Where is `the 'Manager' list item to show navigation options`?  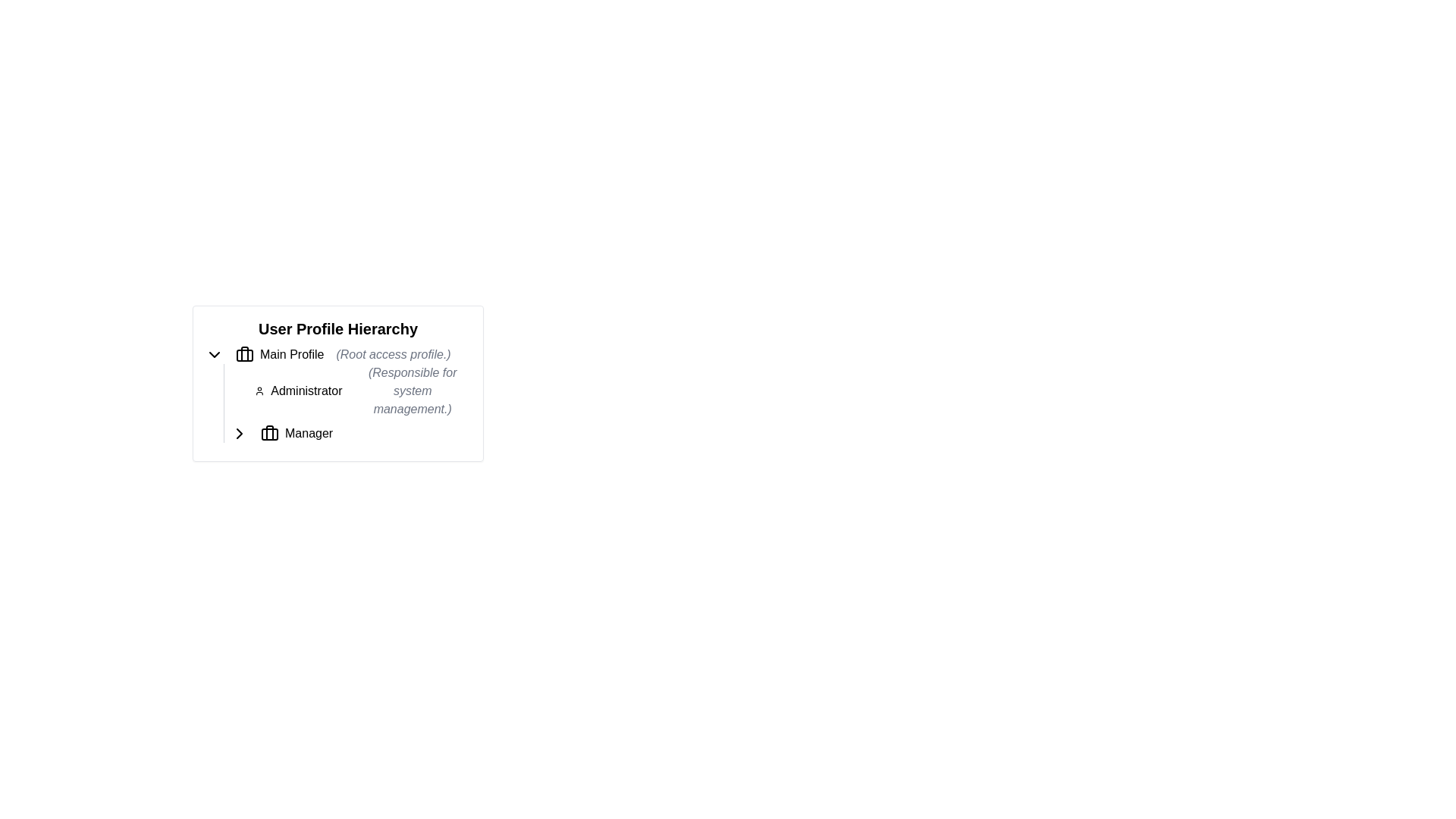
the 'Manager' list item to show navigation options is located at coordinates (350, 433).